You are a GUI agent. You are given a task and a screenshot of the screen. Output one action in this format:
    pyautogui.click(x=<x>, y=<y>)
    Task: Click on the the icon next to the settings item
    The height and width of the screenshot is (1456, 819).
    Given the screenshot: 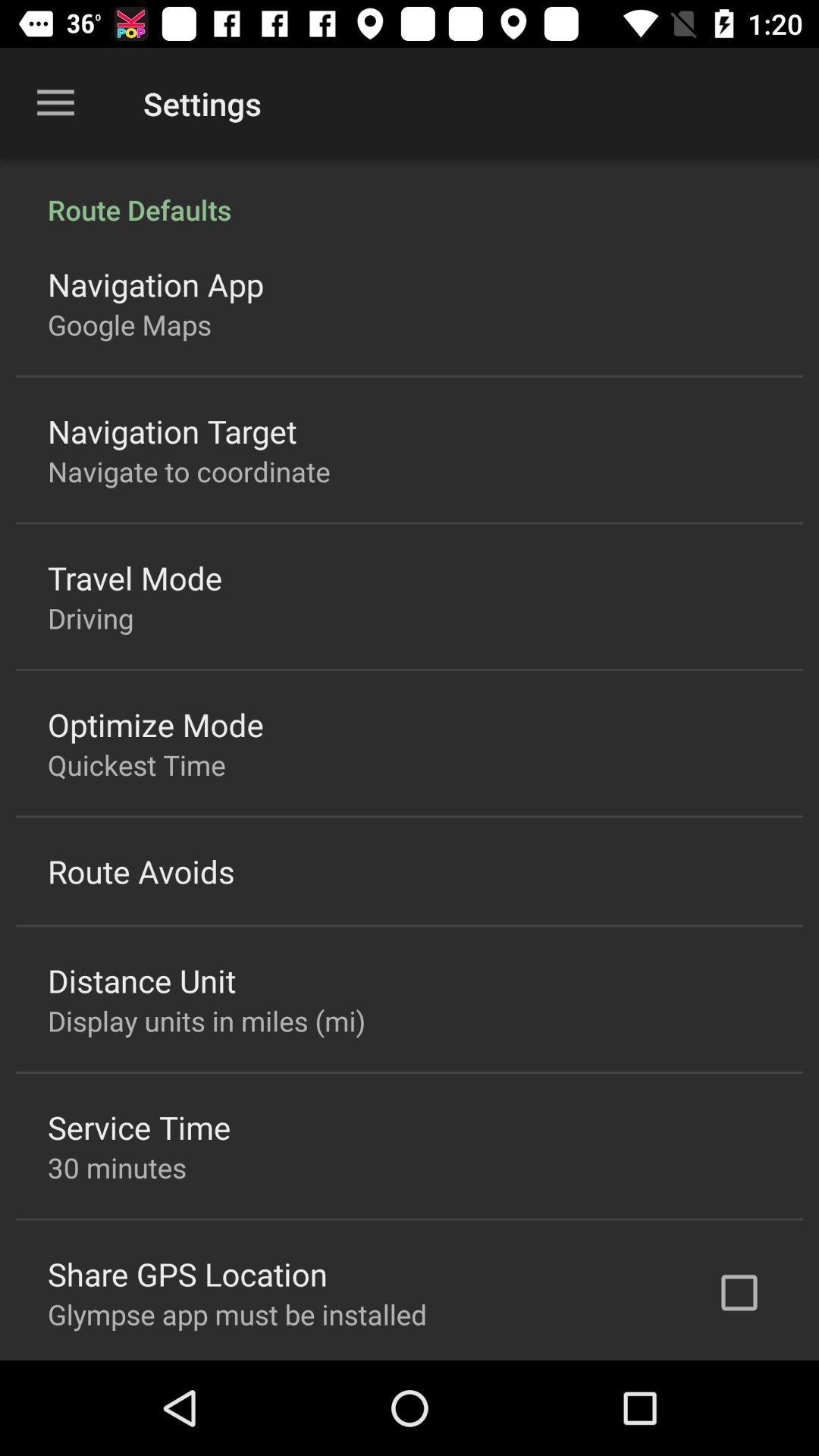 What is the action you would take?
    pyautogui.click(x=55, y=102)
    